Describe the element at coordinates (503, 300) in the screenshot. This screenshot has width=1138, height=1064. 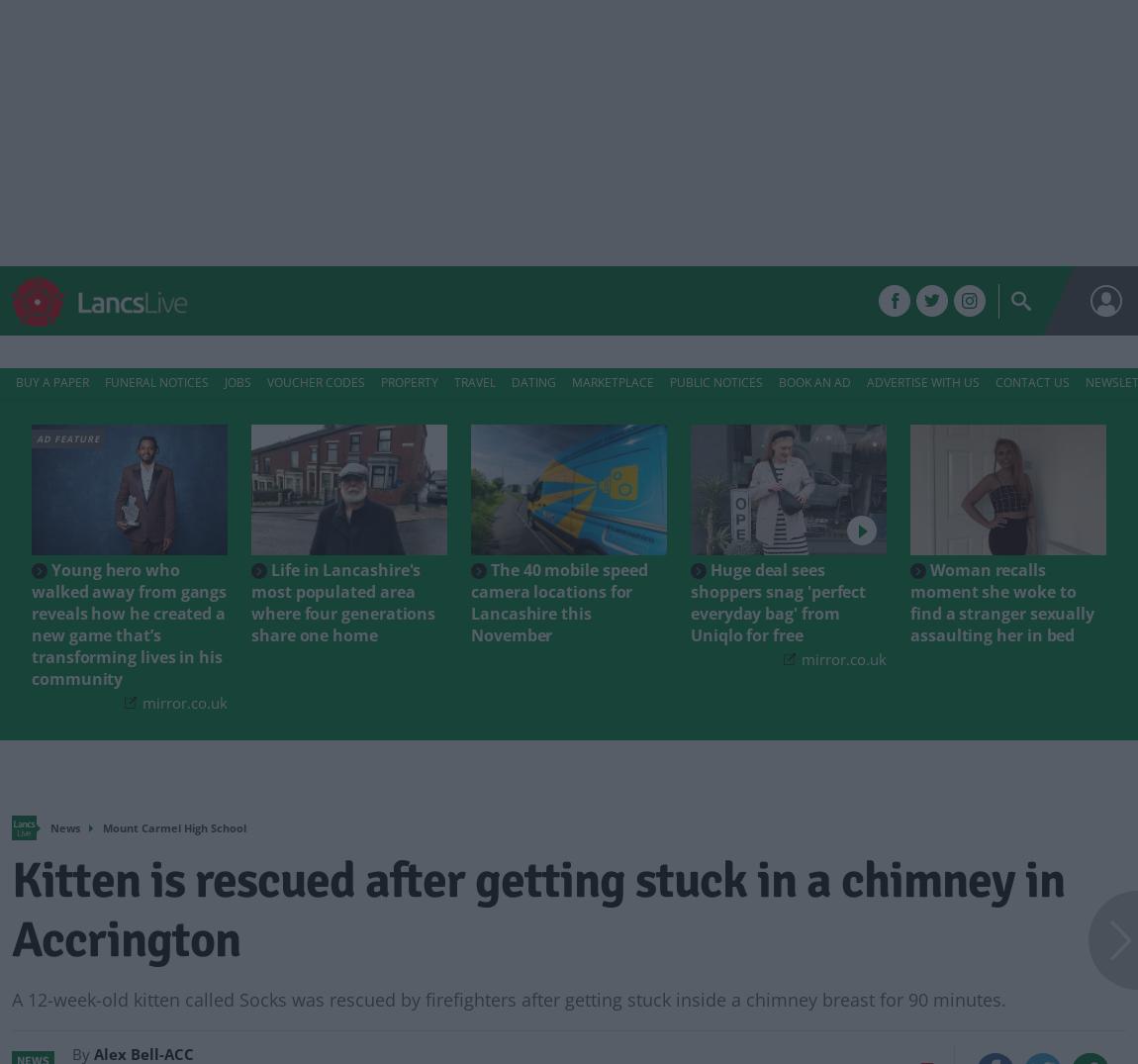
I see `'Clarets'` at that location.